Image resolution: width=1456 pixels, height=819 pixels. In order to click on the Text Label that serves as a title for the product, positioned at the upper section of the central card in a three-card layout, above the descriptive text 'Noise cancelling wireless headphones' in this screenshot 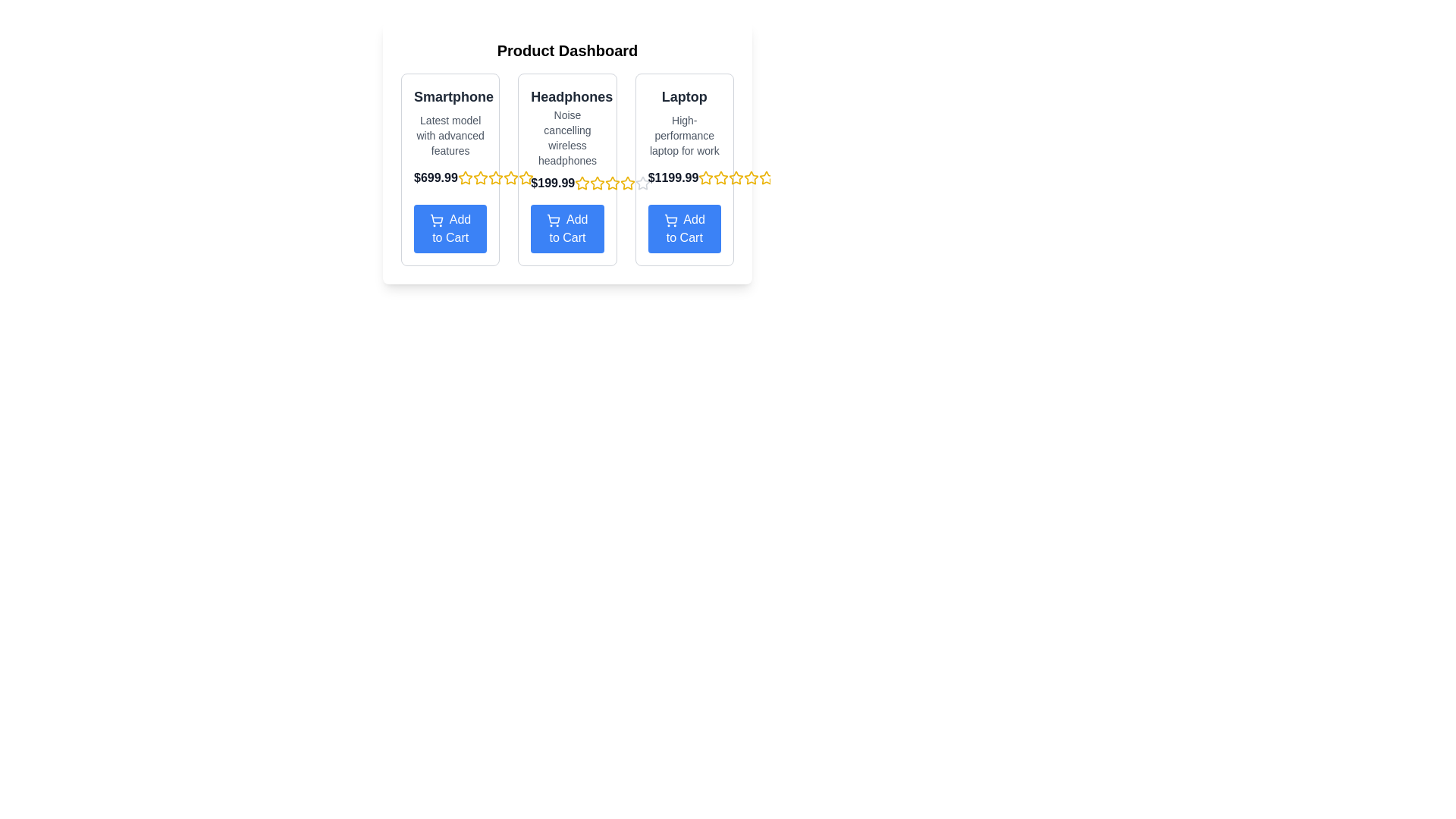, I will do `click(566, 96)`.